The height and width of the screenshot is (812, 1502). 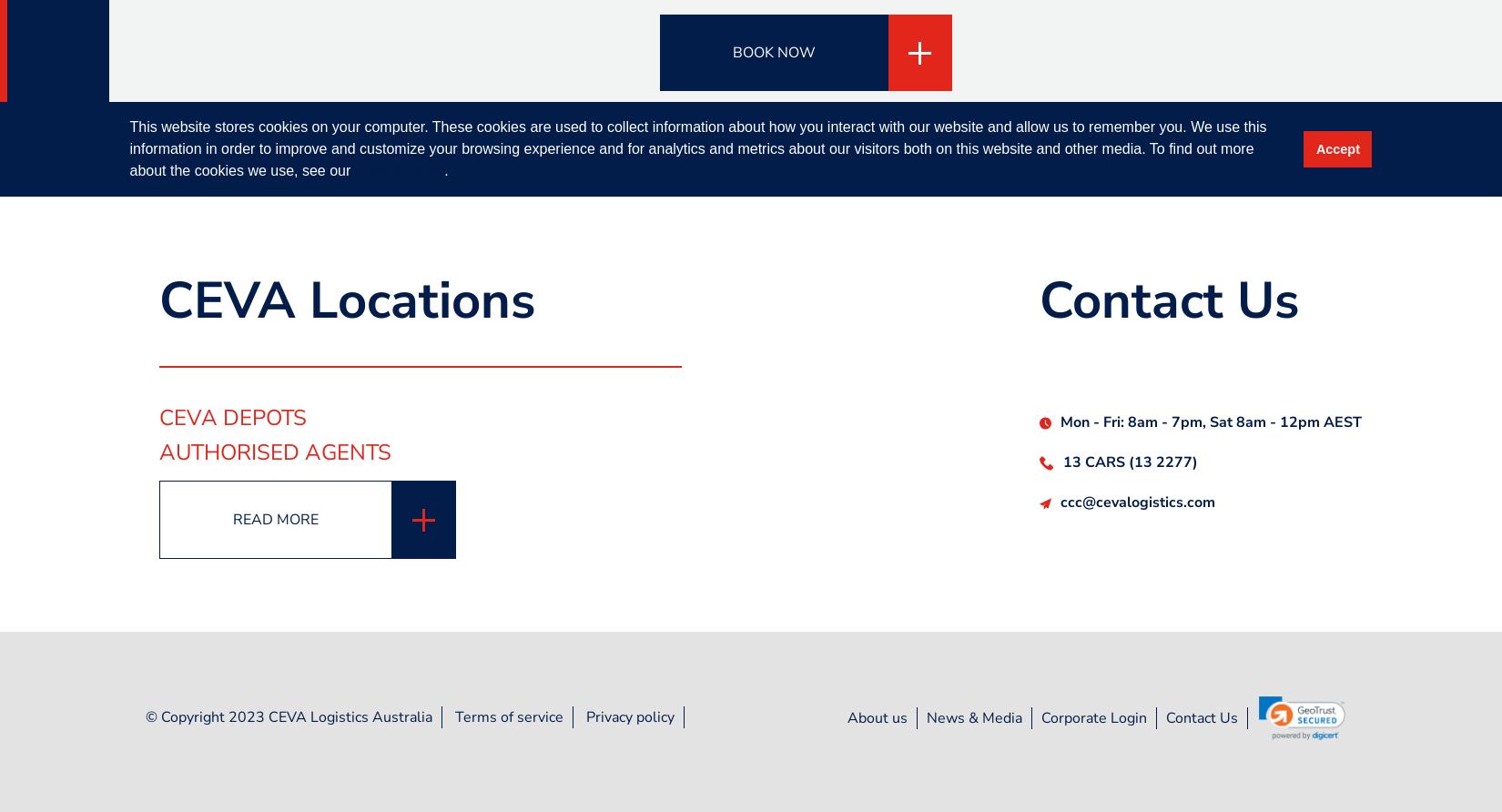 What do you see at coordinates (289, 716) in the screenshot?
I see `'© Copyright 2023 CEVA Logistics Australia'` at bounding box center [289, 716].